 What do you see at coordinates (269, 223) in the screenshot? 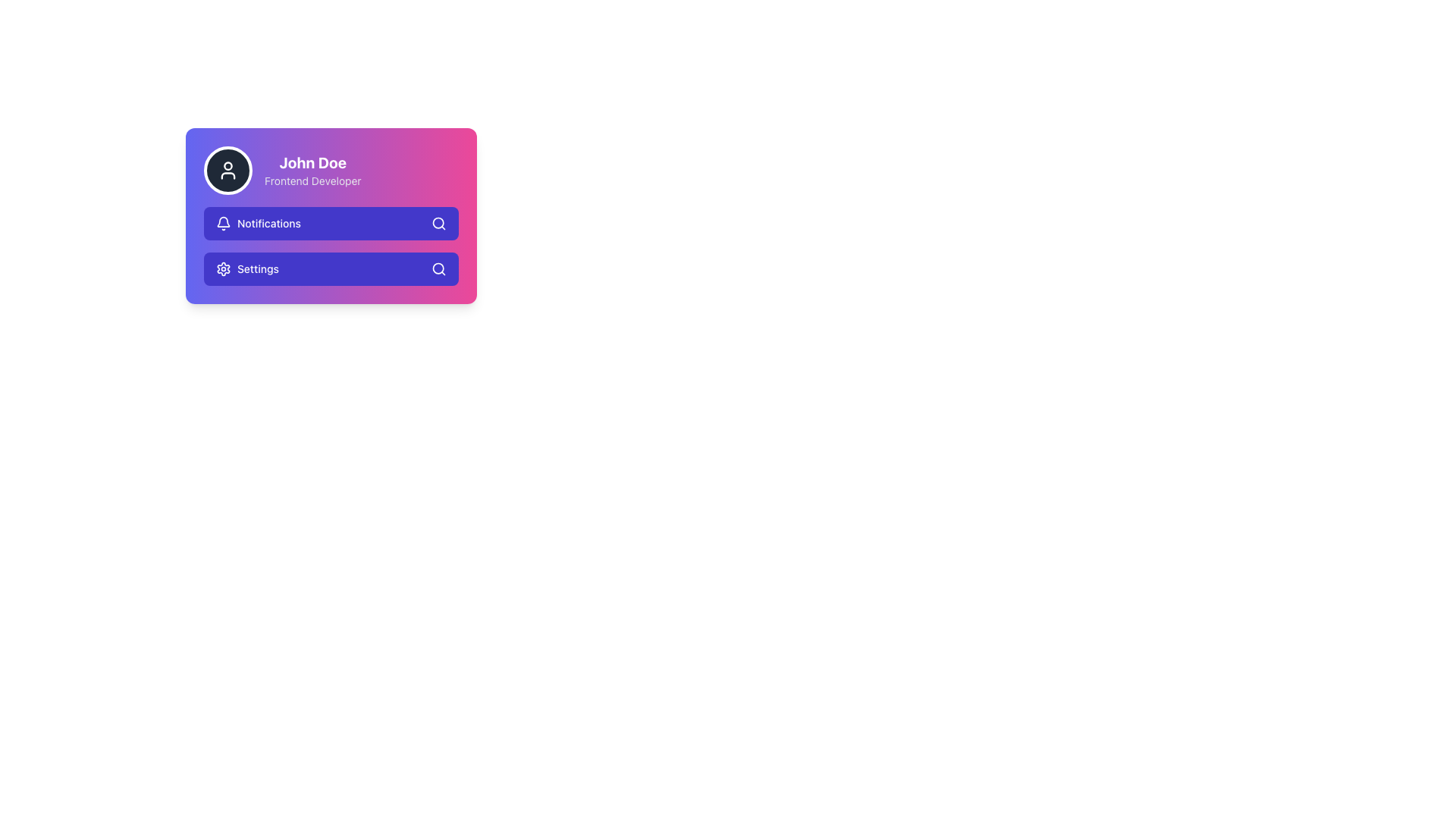
I see `the text label indicating the functionality of the notifications section, which is positioned slightly to the right of a bell icon and above the settings row` at bounding box center [269, 223].